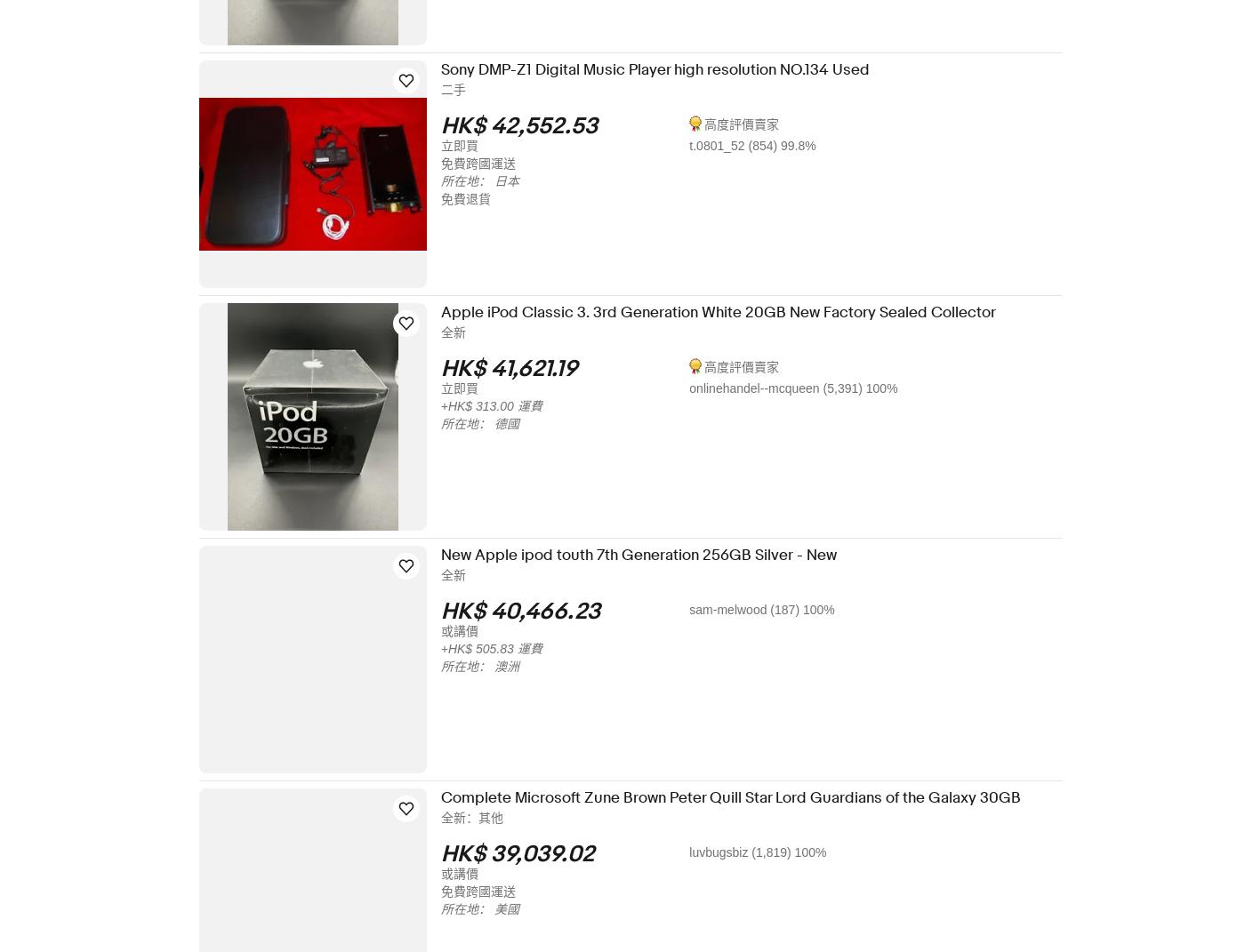 Image resolution: width=1245 pixels, height=952 pixels. Describe the element at coordinates (769, 851) in the screenshot. I see `'luvbugsbiz (1,819) 100%'` at that location.